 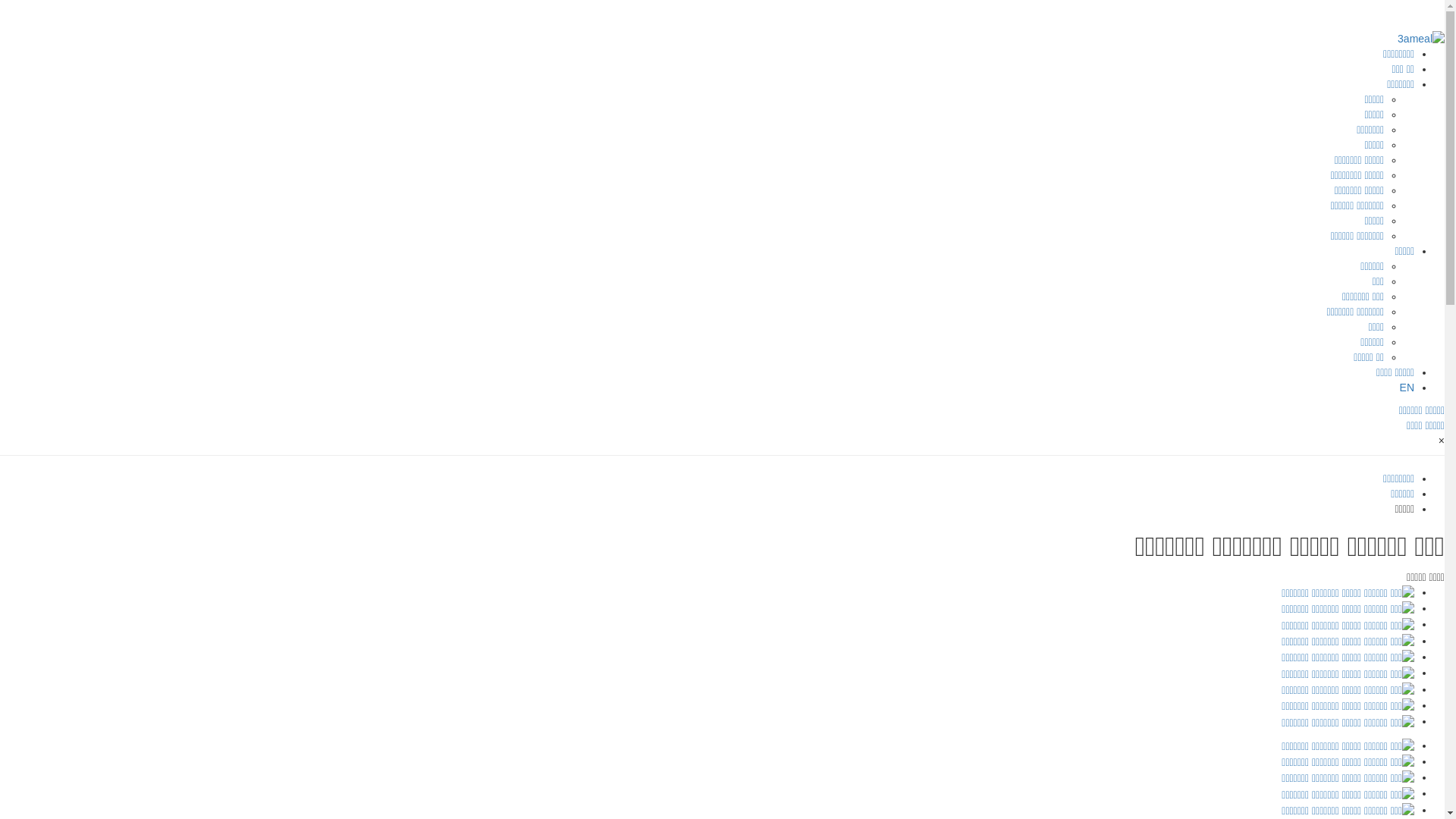 What do you see at coordinates (1406, 386) in the screenshot?
I see `'EN'` at bounding box center [1406, 386].